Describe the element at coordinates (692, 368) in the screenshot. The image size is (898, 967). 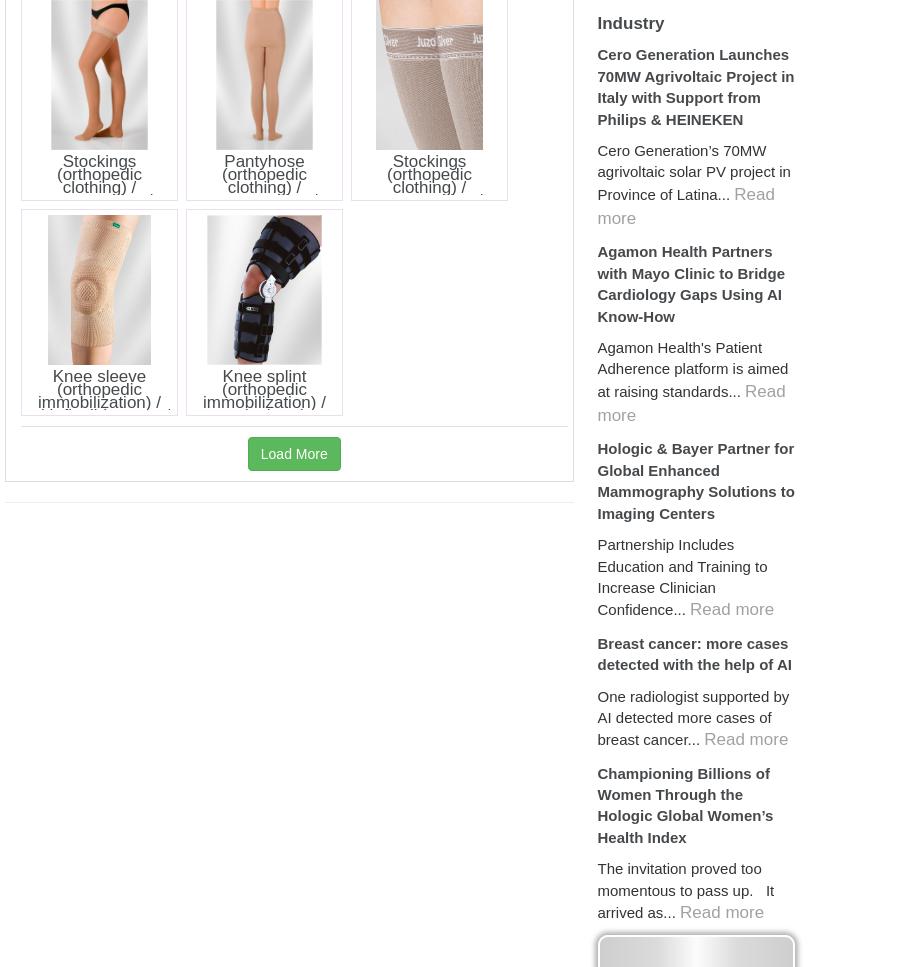
I see `'Agamon Health's Patient Adherence platform is aimed at raising standards...'` at that location.